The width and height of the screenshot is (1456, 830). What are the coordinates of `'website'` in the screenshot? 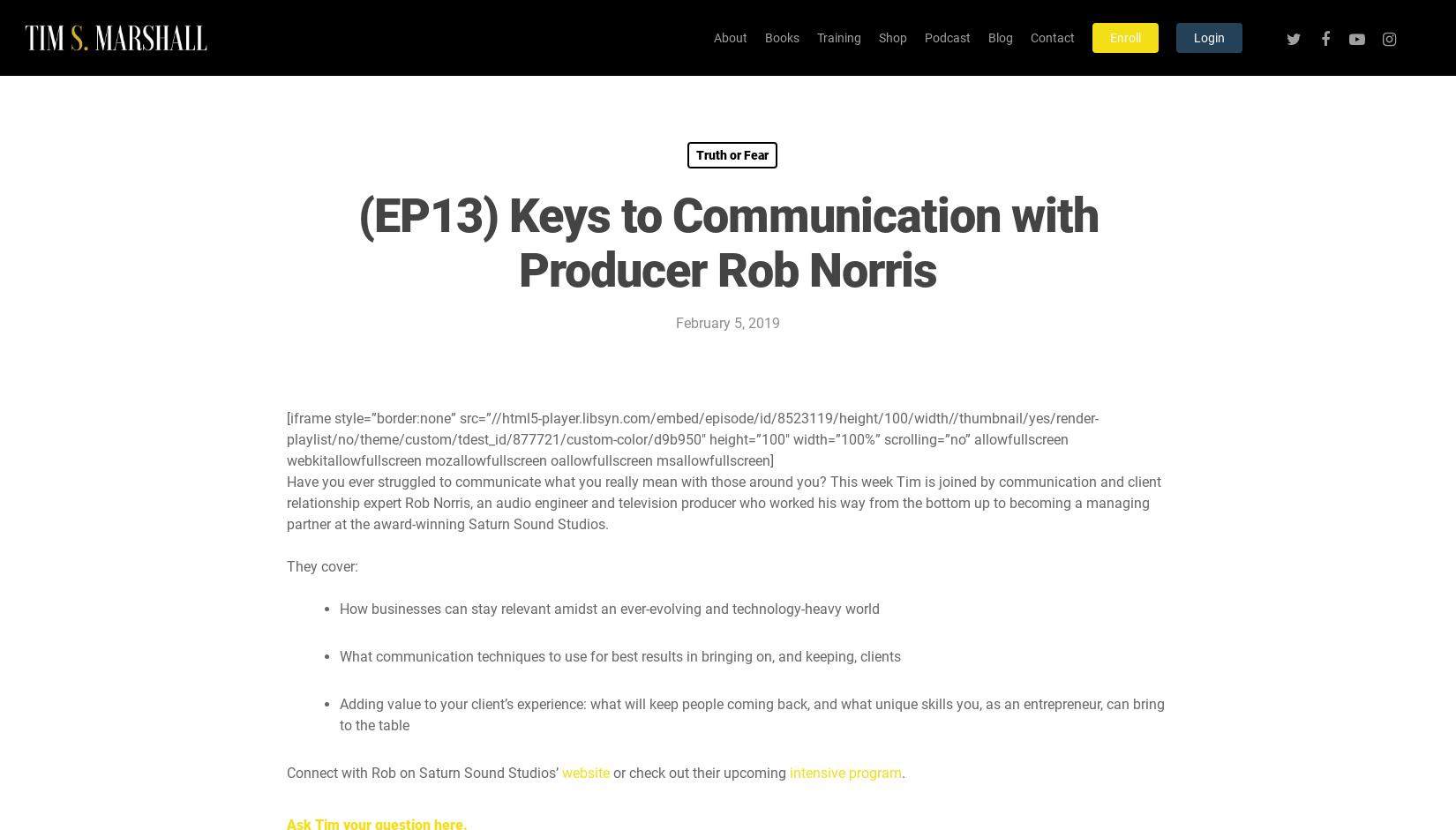 It's located at (584, 773).